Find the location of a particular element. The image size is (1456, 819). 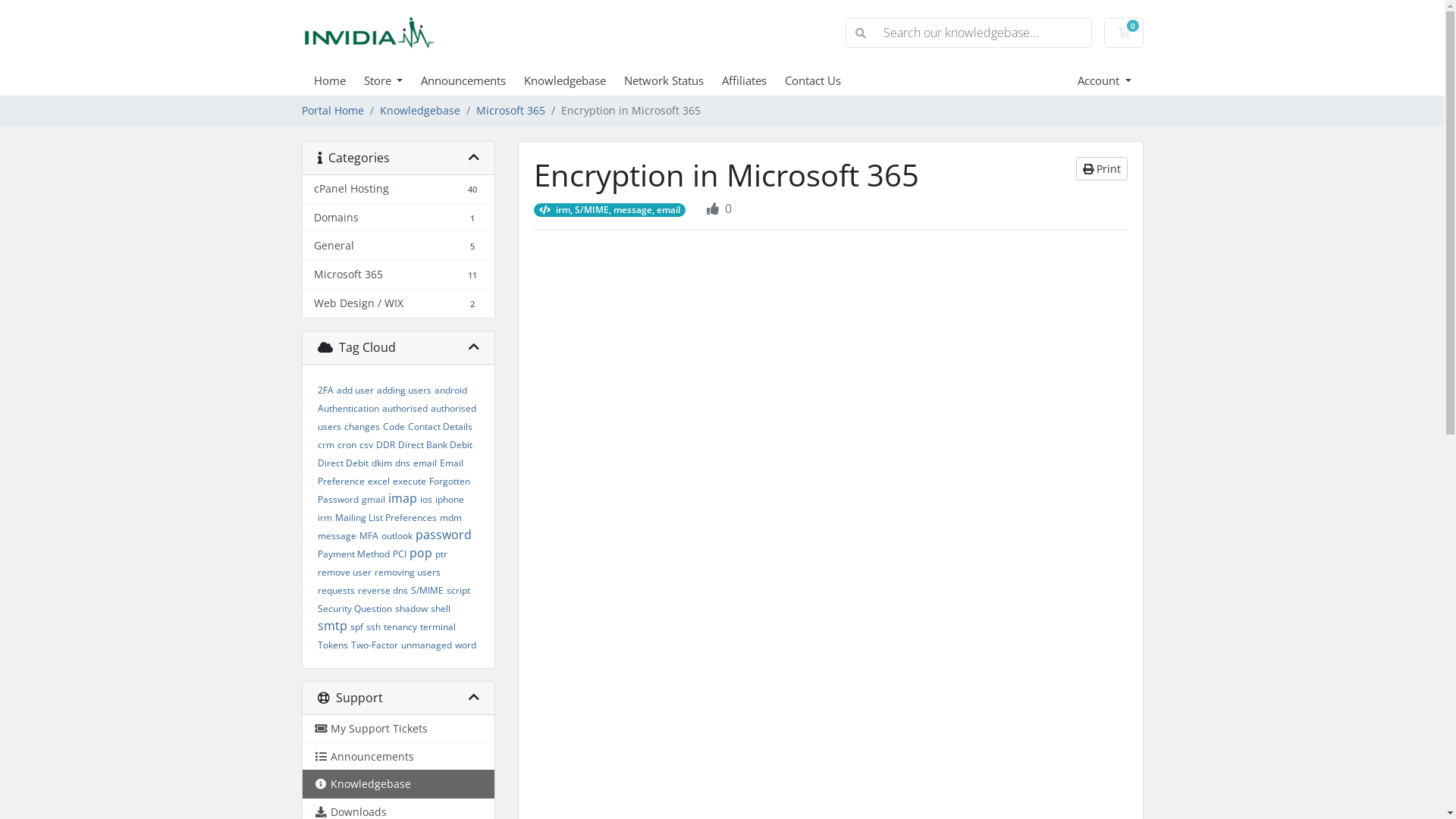

'shell' is located at coordinates (429, 607).